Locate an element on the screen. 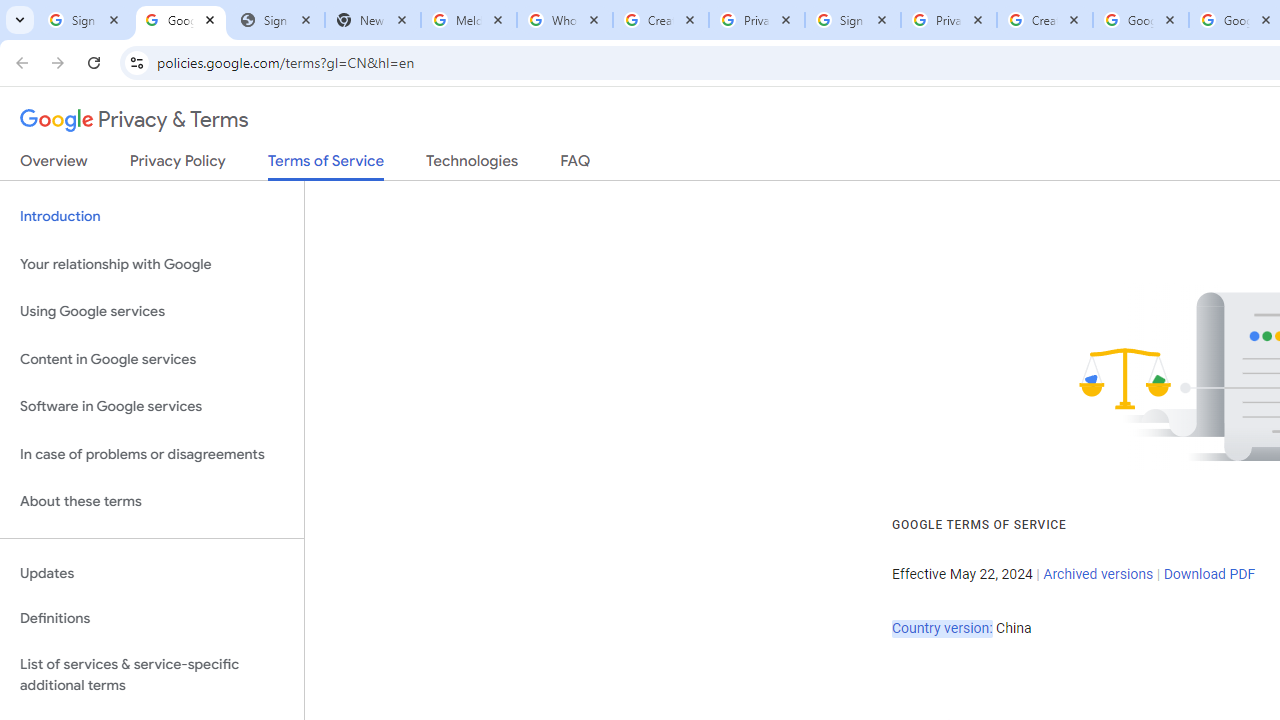 The width and height of the screenshot is (1280, 720). 'FAQ' is located at coordinates (575, 164).